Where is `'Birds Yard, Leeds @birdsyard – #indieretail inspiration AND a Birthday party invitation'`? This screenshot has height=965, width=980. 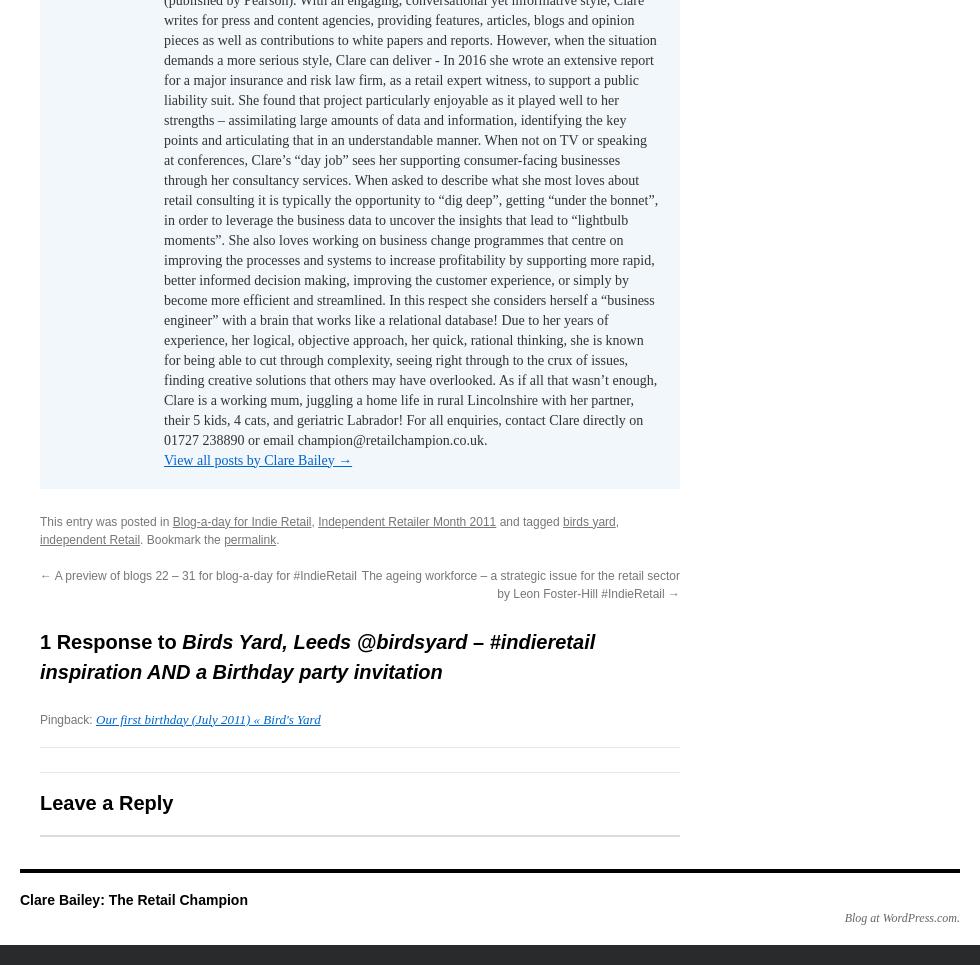 'Birds Yard, Leeds @birdsyard – #indieretail inspiration AND a Birthday party invitation' is located at coordinates (317, 656).